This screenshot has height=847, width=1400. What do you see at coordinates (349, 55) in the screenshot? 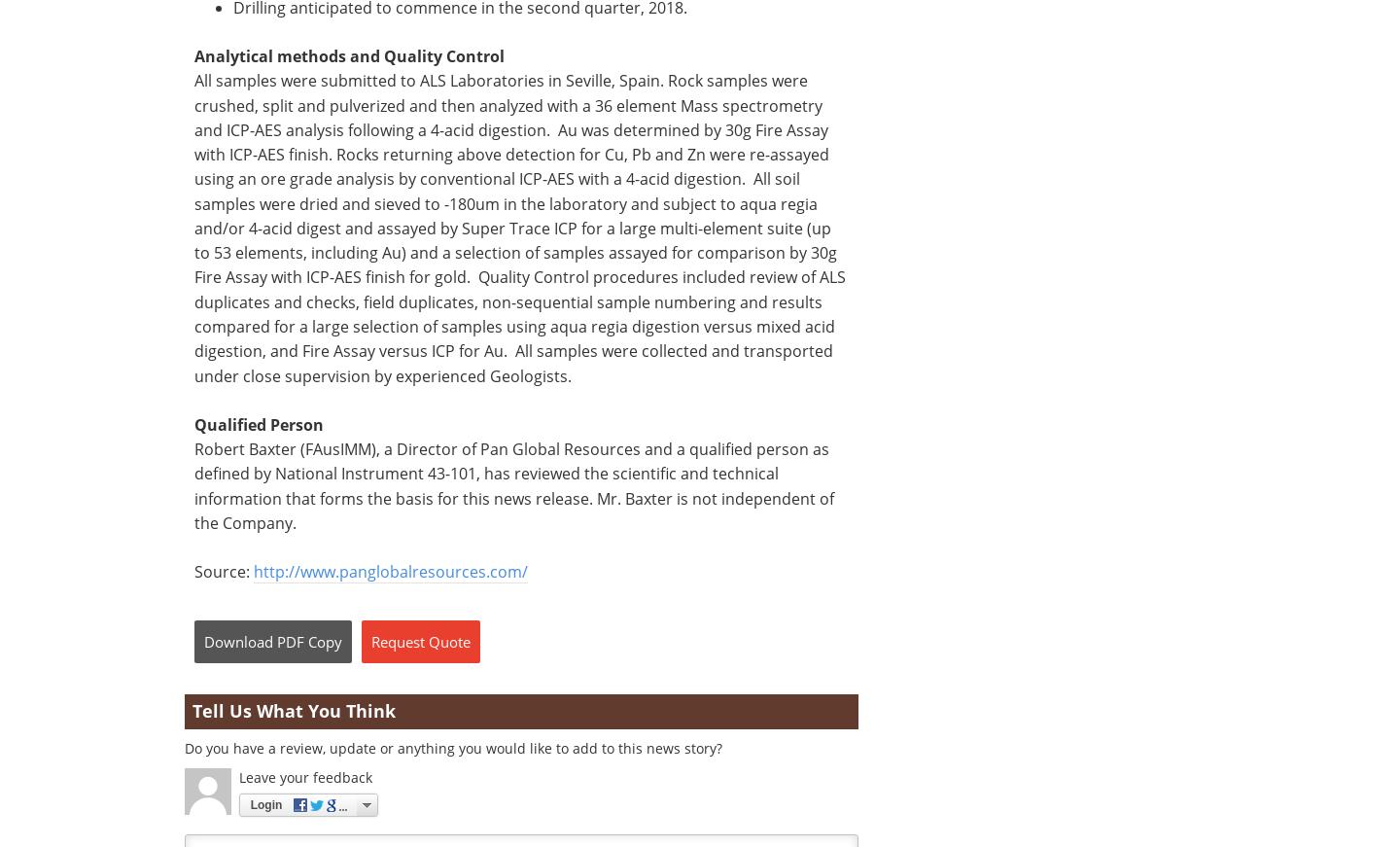
I see `'Analytical methods and Quality Control'` at bounding box center [349, 55].